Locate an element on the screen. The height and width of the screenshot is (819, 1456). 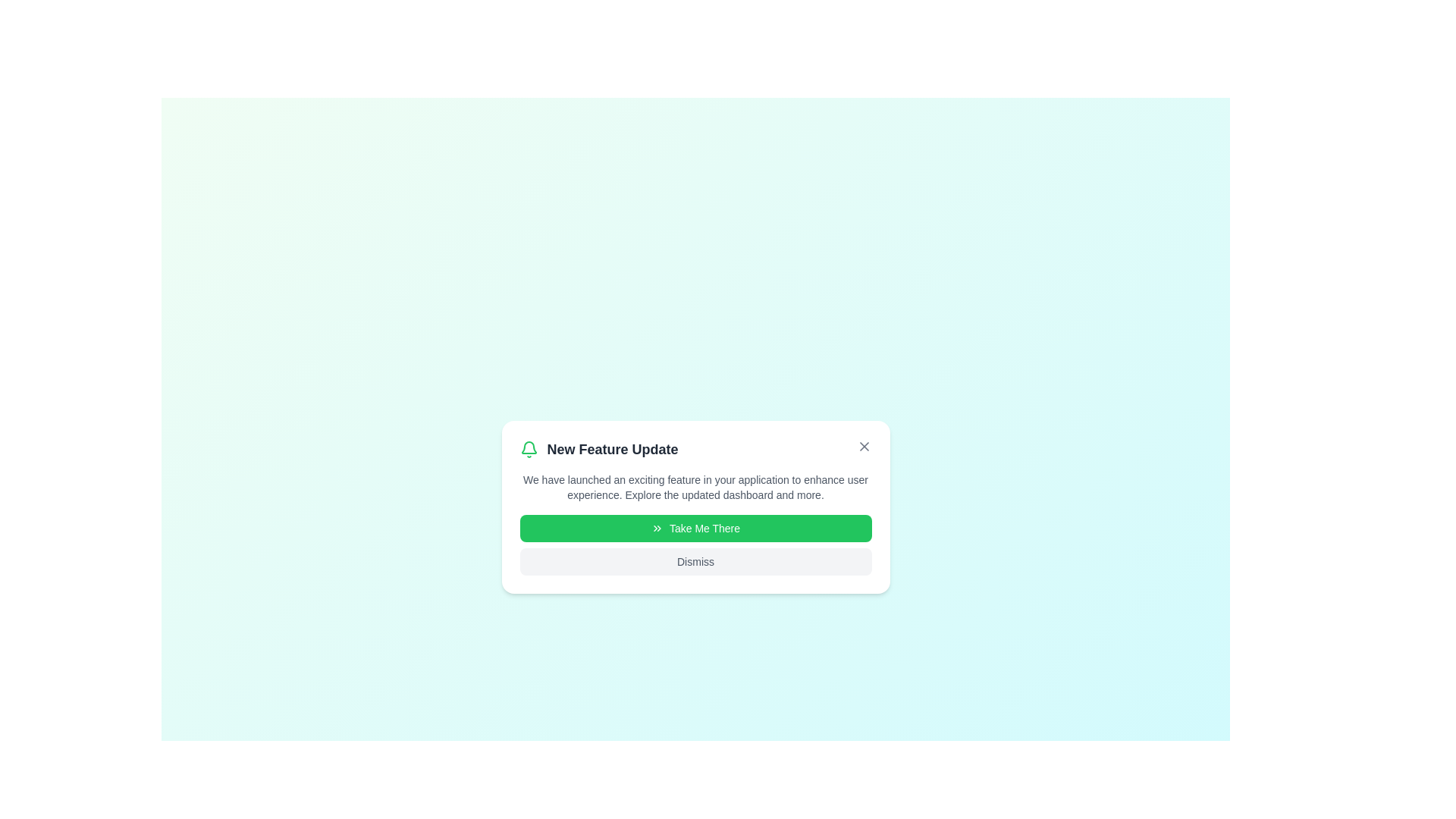
the alert icon to reveal additional information or tooltip is located at coordinates (529, 449).